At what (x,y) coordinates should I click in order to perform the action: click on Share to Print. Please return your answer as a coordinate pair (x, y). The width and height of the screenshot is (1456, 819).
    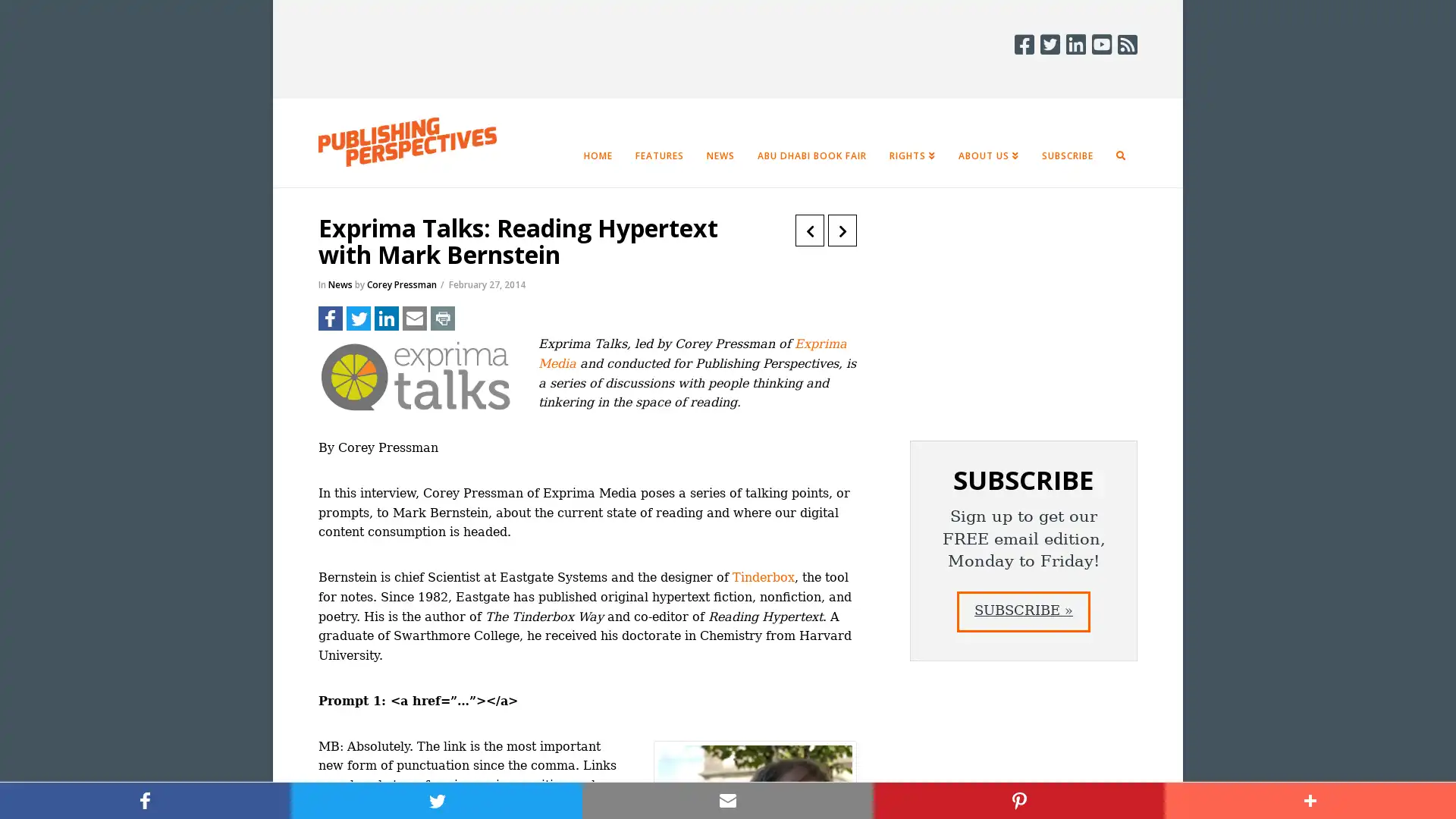
    Looking at the image, I should click on (442, 318).